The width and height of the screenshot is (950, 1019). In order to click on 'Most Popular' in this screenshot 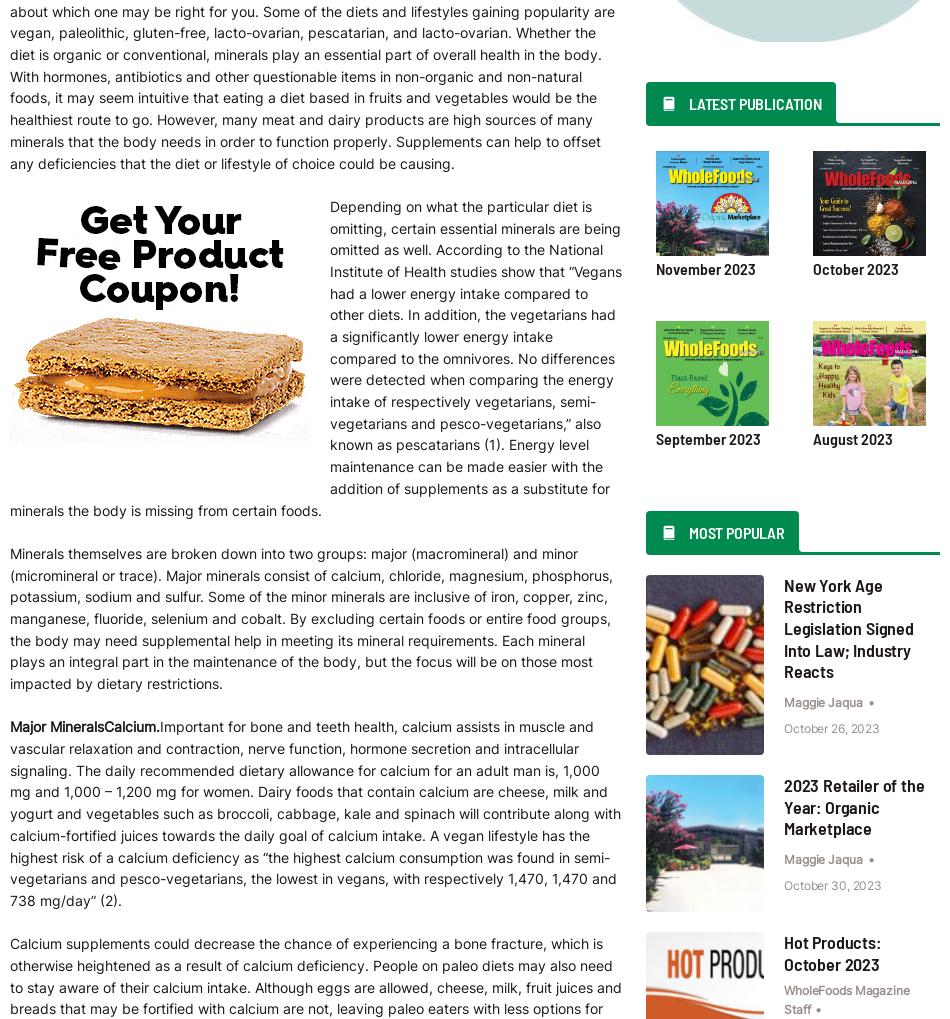, I will do `click(734, 531)`.